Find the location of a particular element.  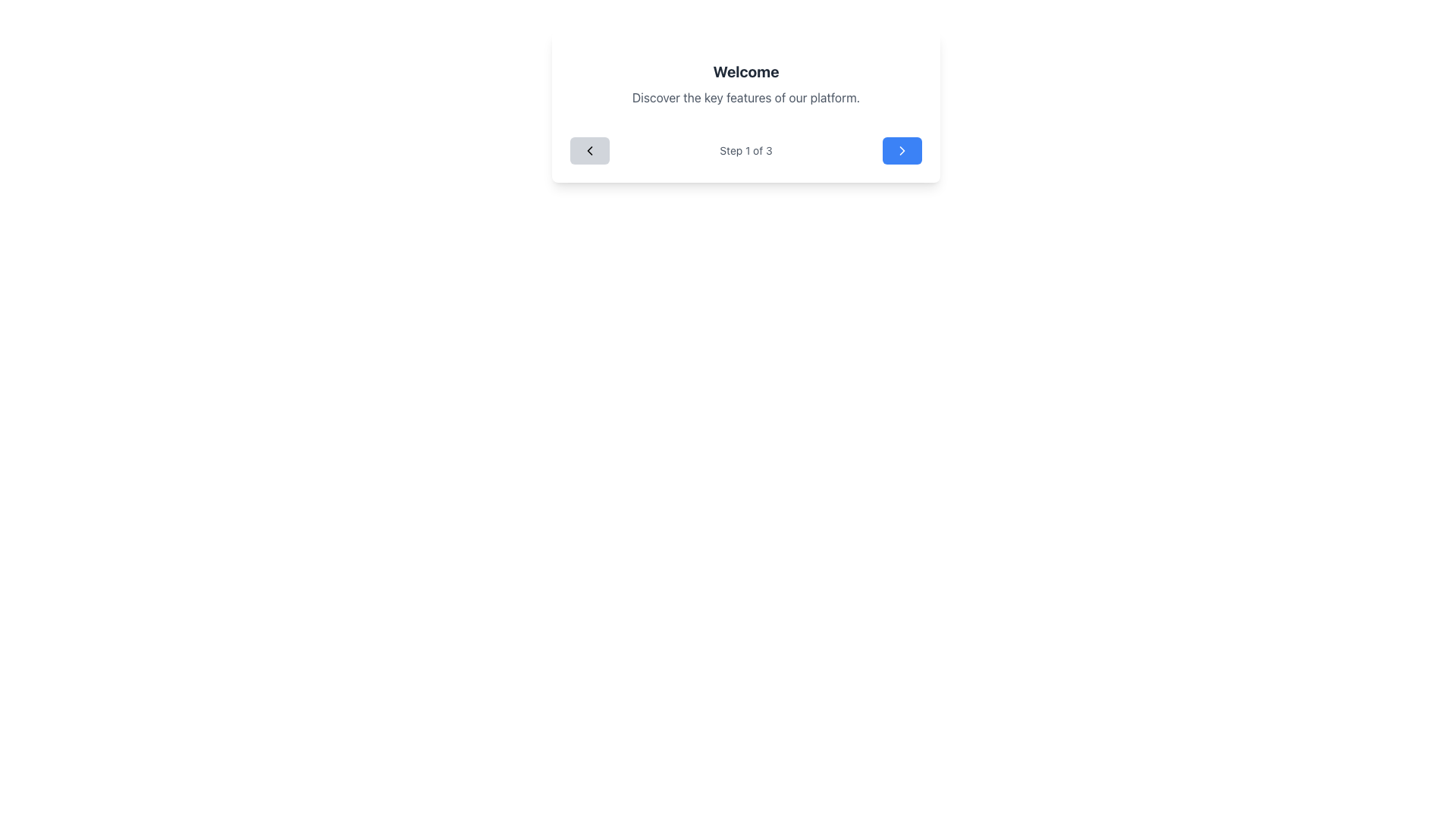

the static text label that displays the progress or current step in the process, which is centrally located below the welcome text and between two navigational buttons is located at coordinates (745, 151).